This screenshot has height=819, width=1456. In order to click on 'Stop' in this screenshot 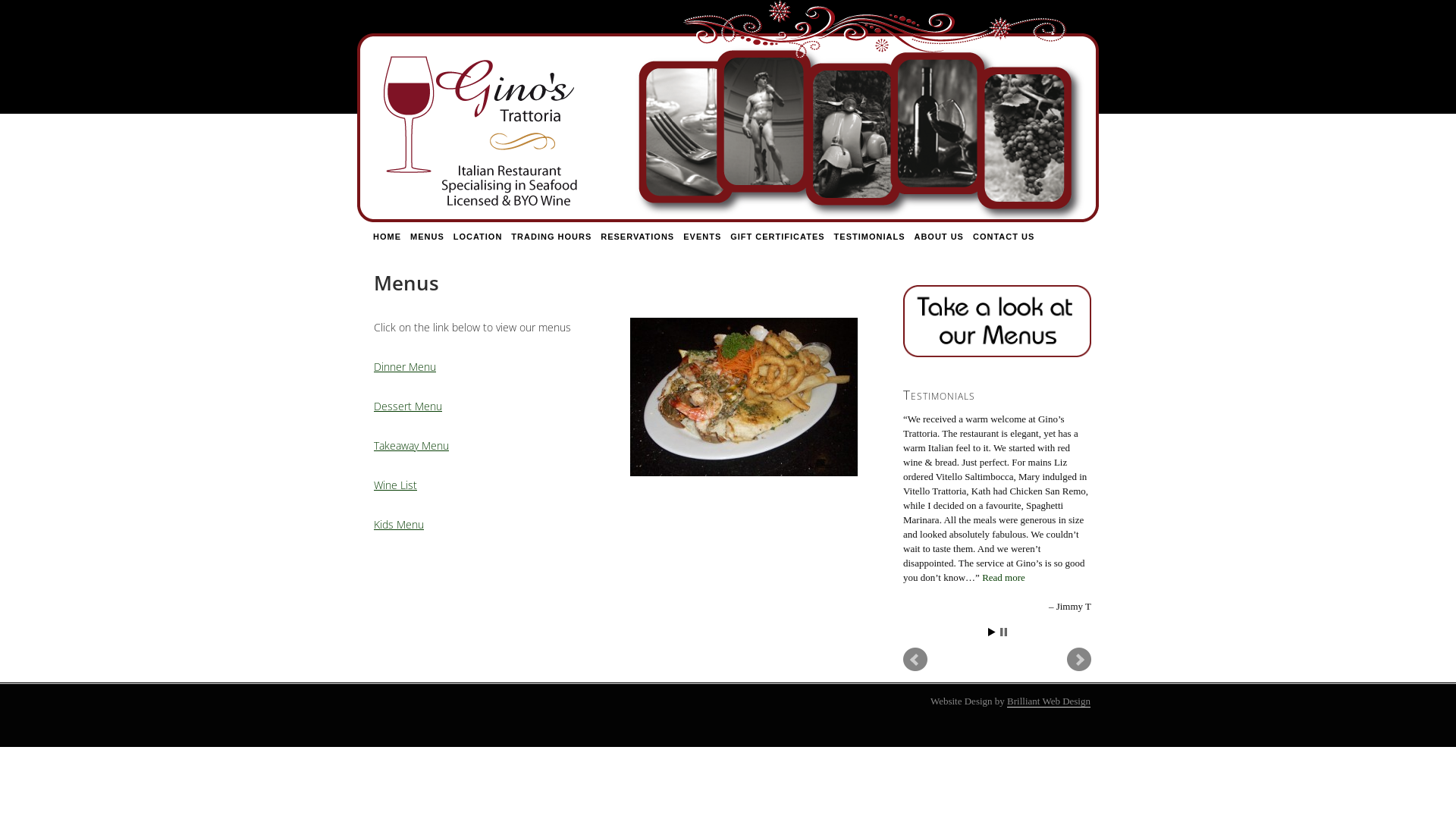, I will do `click(999, 632)`.